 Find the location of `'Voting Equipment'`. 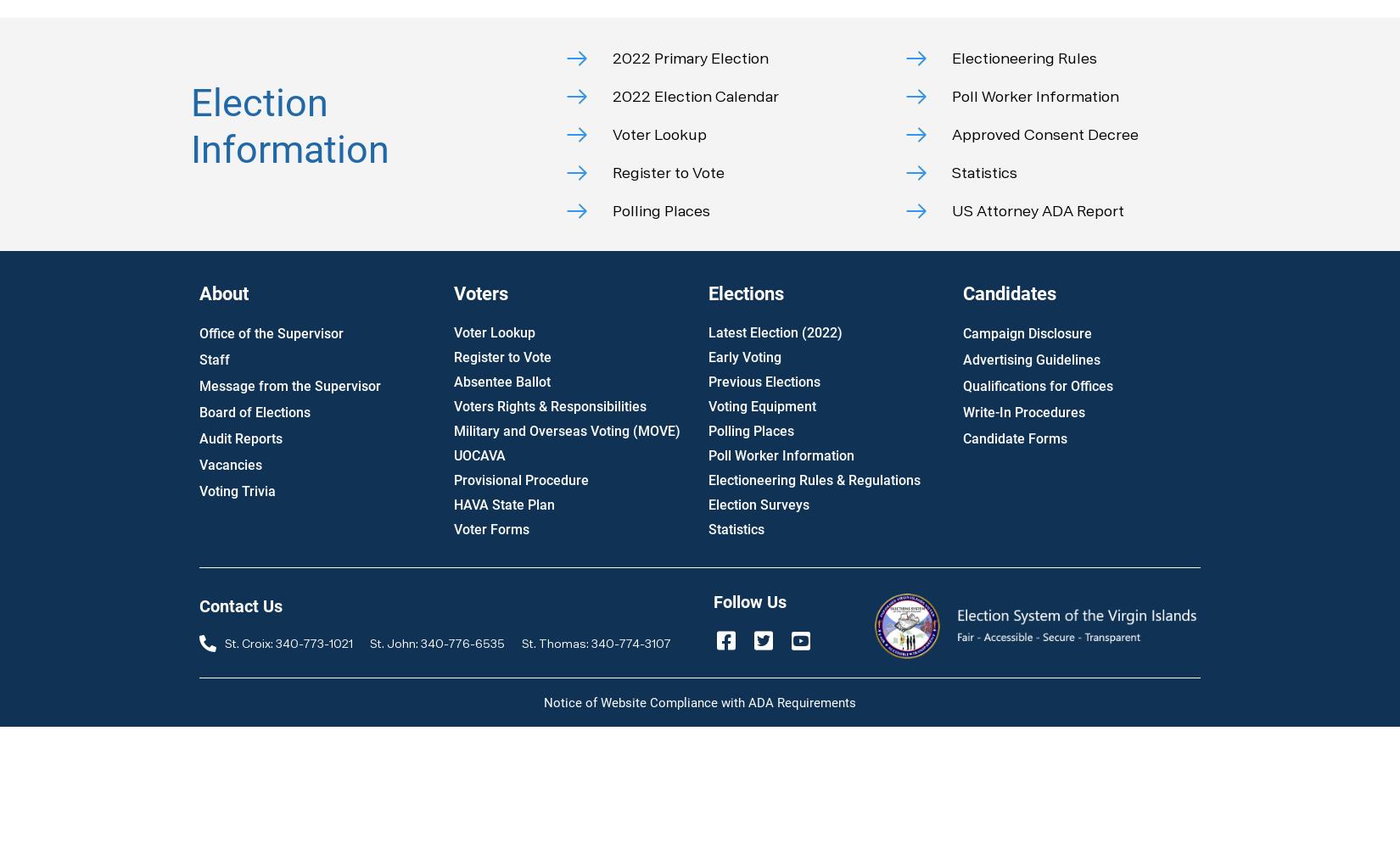

'Voting Equipment' is located at coordinates (762, 405).